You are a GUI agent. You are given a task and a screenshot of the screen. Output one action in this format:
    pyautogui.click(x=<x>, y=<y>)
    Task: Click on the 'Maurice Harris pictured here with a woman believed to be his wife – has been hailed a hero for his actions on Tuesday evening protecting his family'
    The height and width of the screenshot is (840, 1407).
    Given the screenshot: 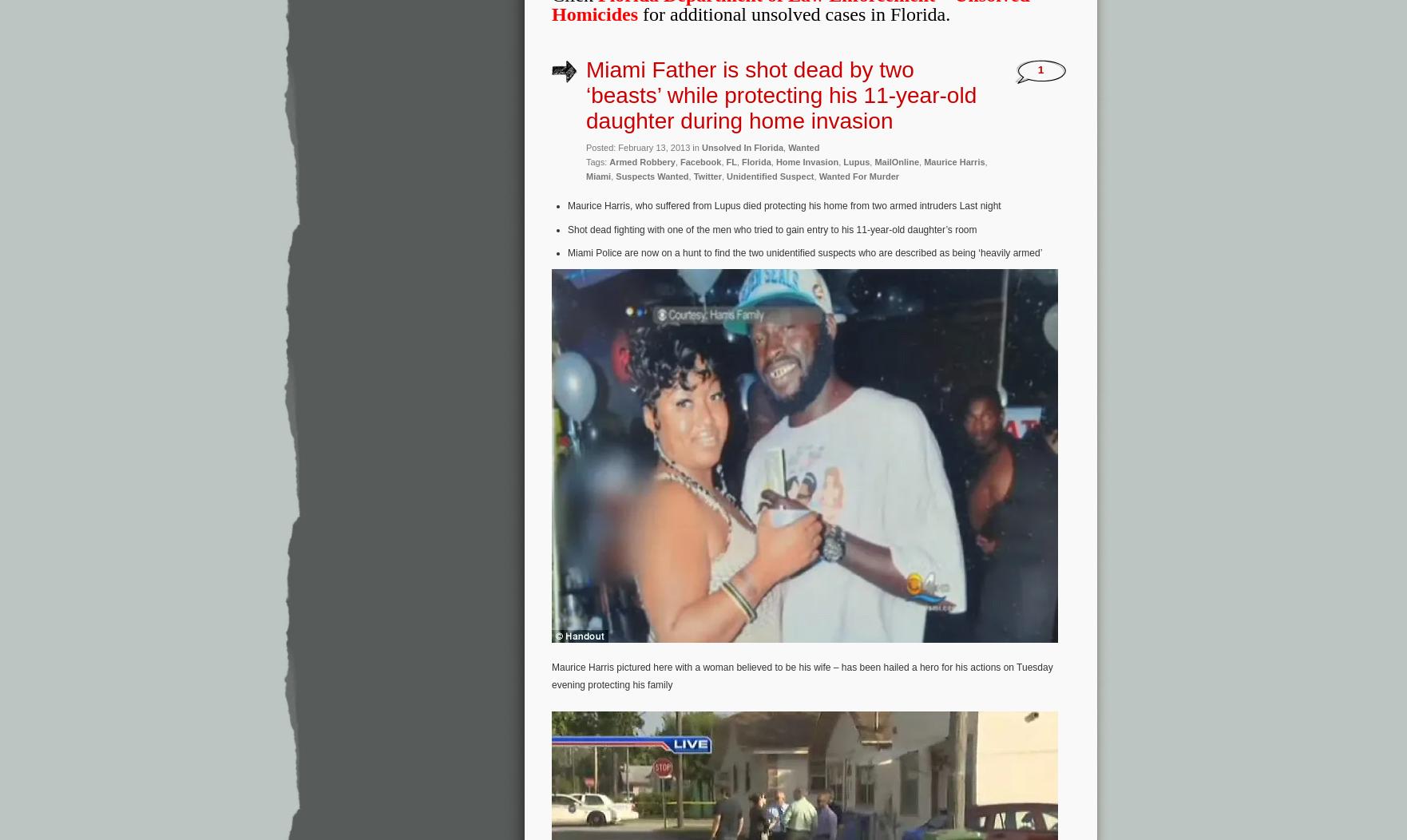 What is the action you would take?
    pyautogui.click(x=802, y=675)
    